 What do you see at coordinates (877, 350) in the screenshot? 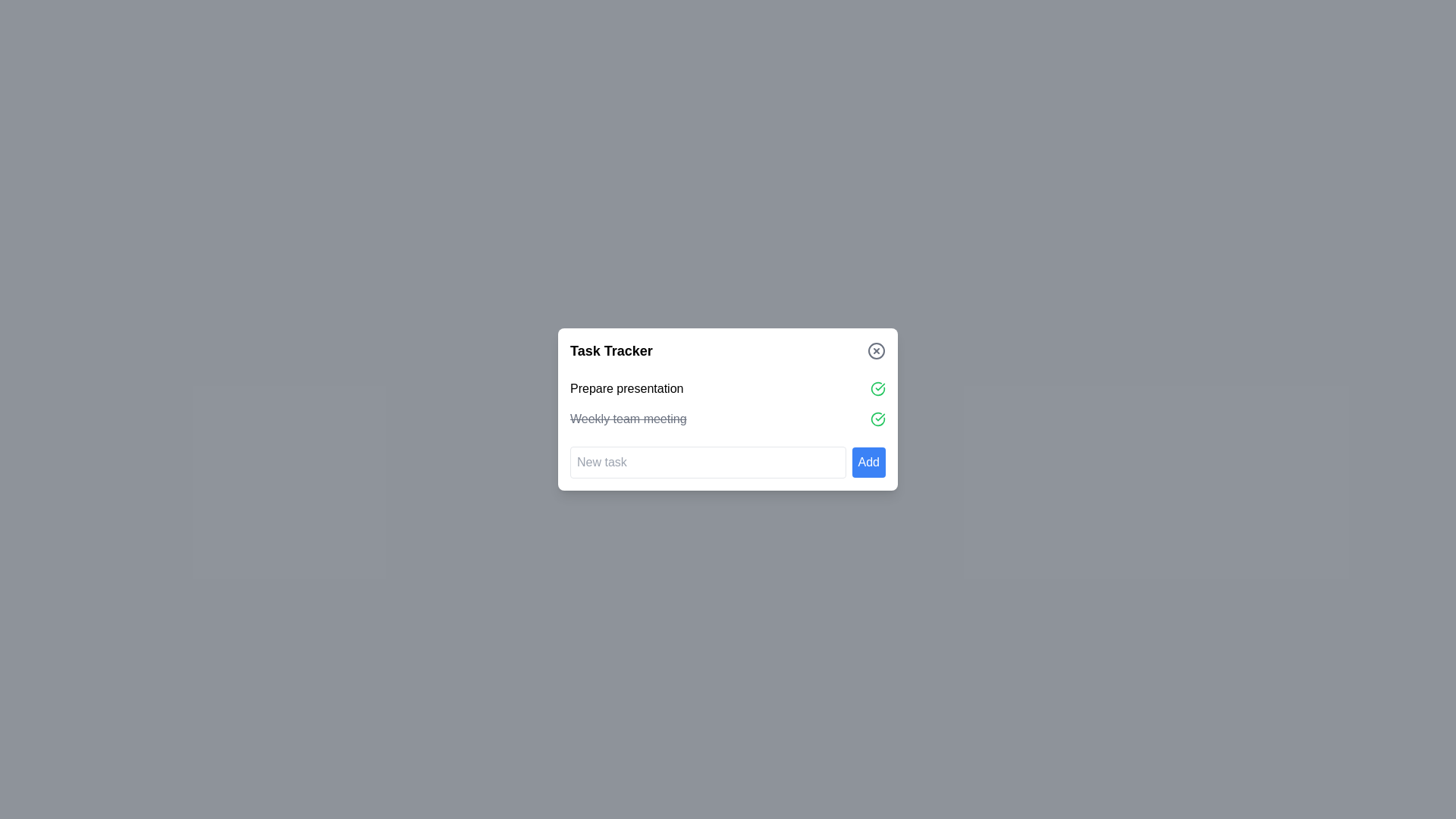
I see `the circular shape with a border in the top-right corner of the 'Task Tracker' box, which is part of an icon representing a close or cancel action` at bounding box center [877, 350].